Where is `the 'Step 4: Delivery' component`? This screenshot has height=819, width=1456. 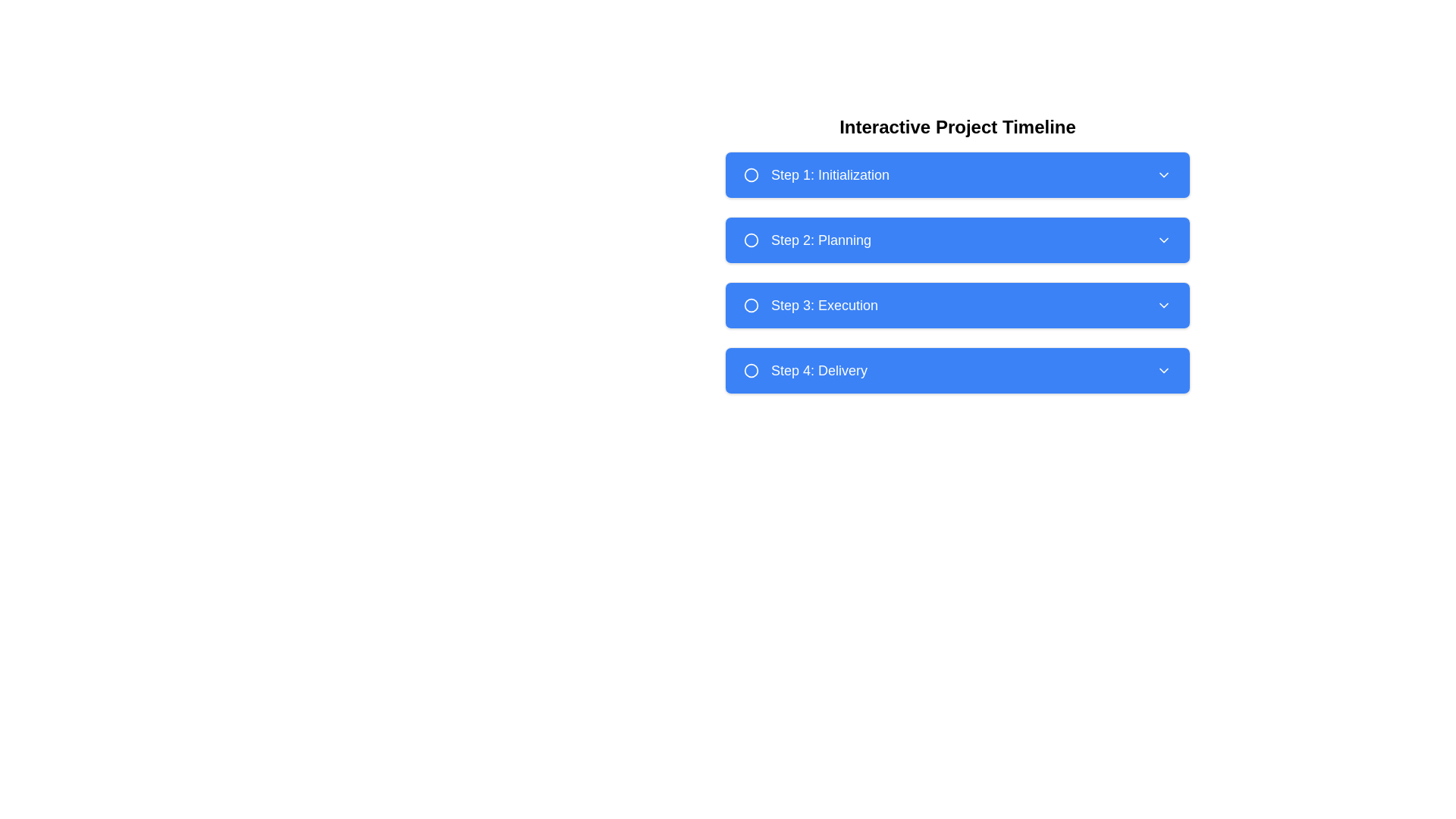
the 'Step 4: Delivery' component is located at coordinates (804, 371).